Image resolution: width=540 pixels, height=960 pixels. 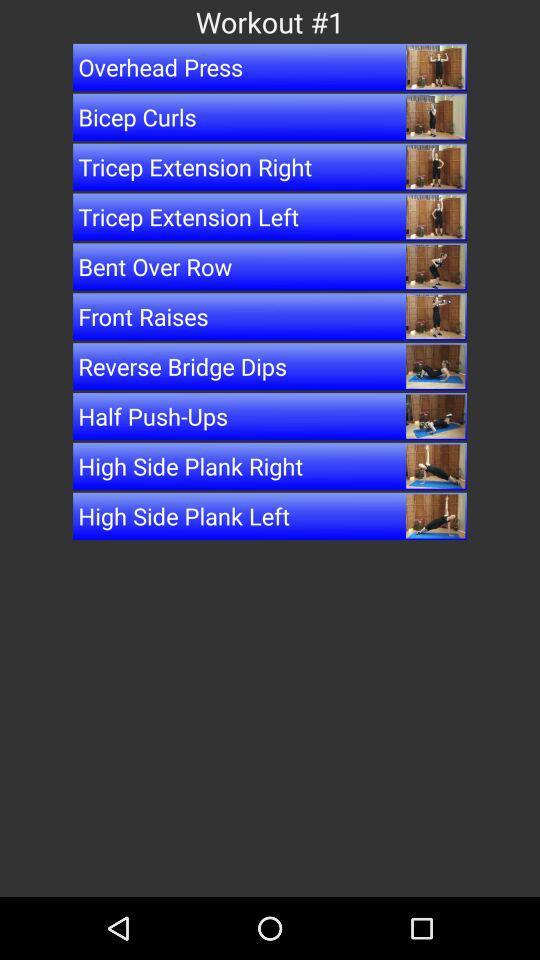 What do you see at coordinates (270, 316) in the screenshot?
I see `the front raises` at bounding box center [270, 316].